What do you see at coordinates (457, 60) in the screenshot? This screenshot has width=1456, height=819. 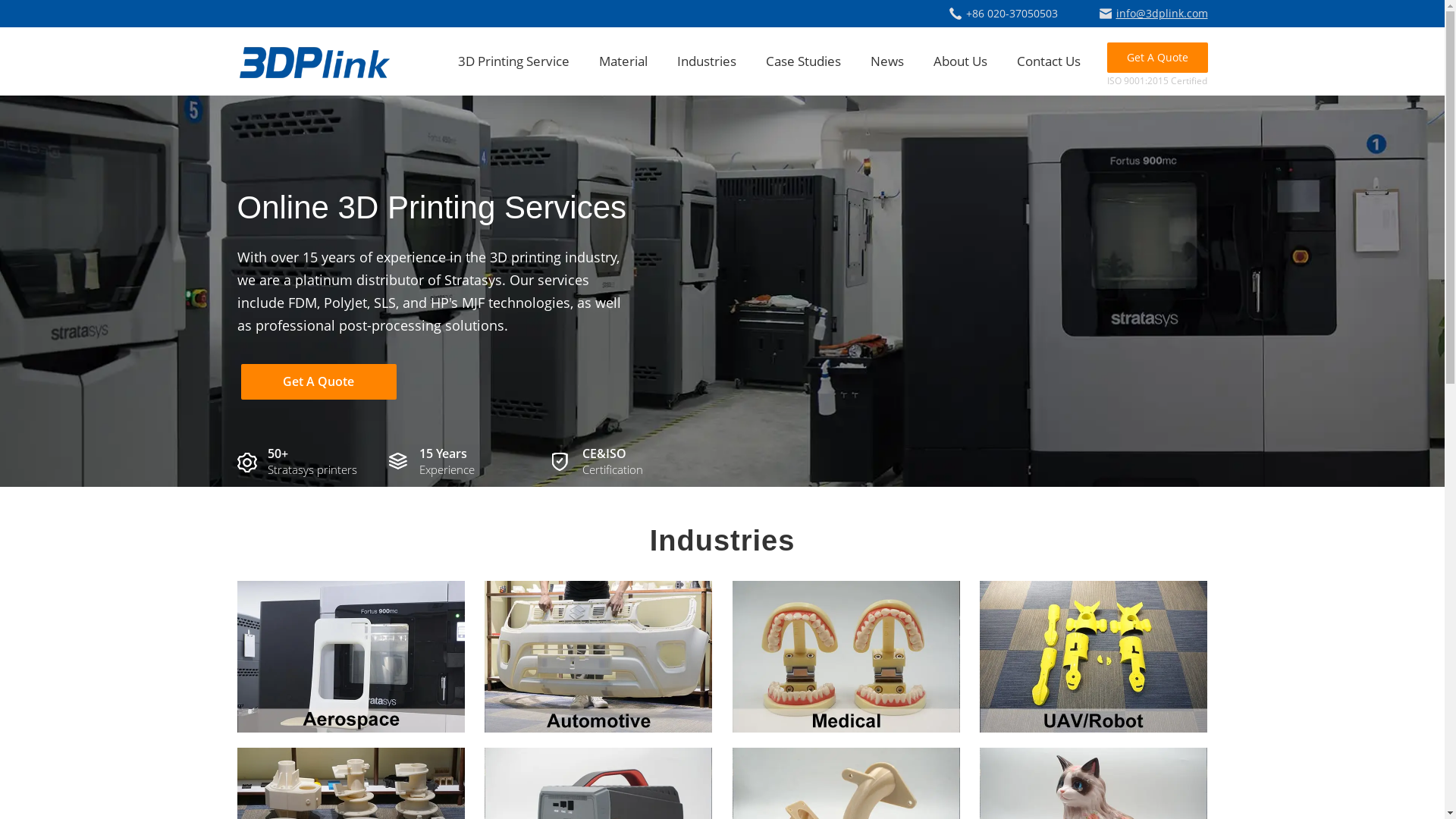 I see `'3D Printing Service'` at bounding box center [457, 60].